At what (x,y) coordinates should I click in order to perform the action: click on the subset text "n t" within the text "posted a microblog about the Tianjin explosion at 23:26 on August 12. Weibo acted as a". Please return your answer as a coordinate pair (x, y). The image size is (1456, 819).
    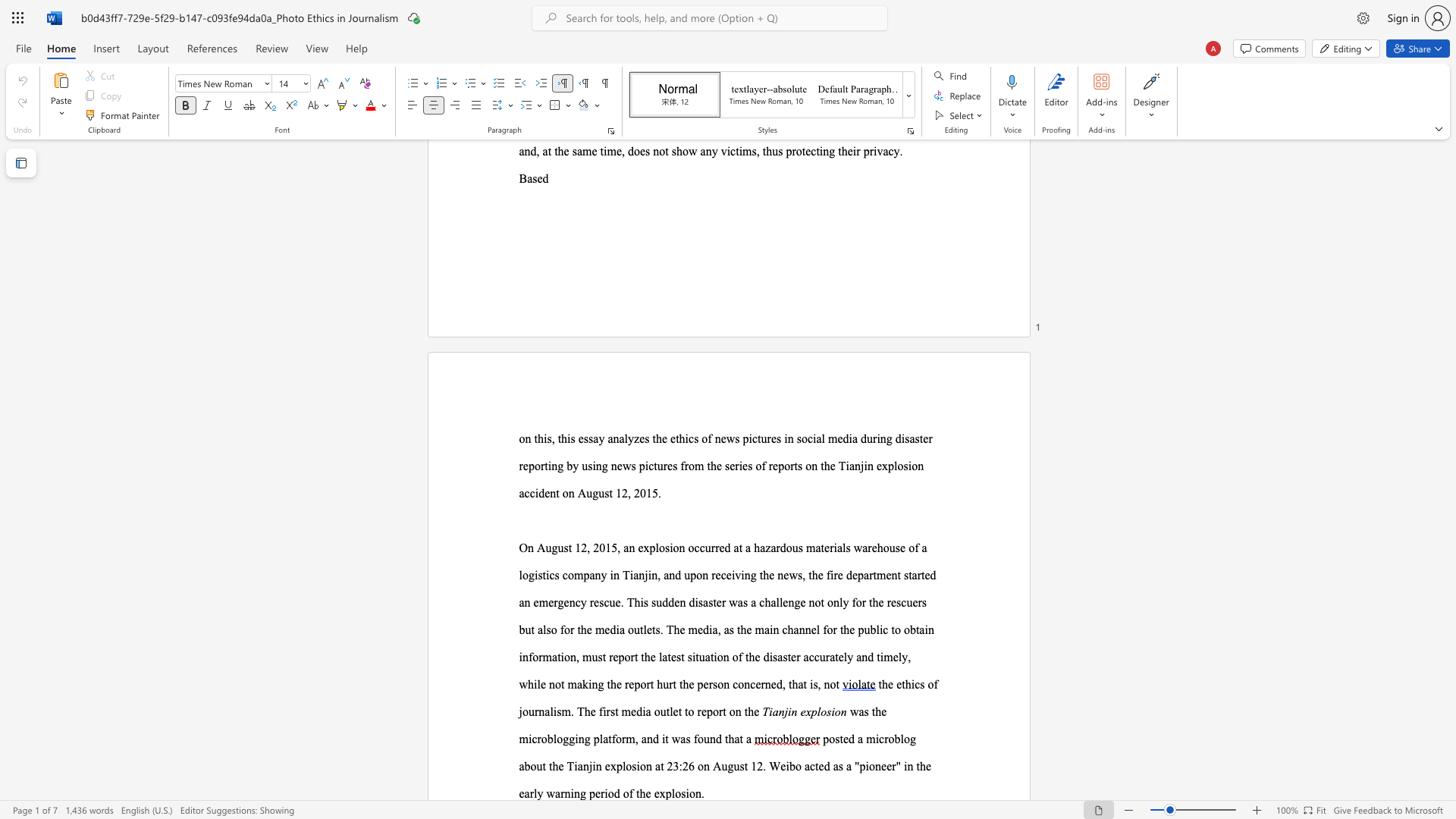
    Looking at the image, I should click on (907, 766).